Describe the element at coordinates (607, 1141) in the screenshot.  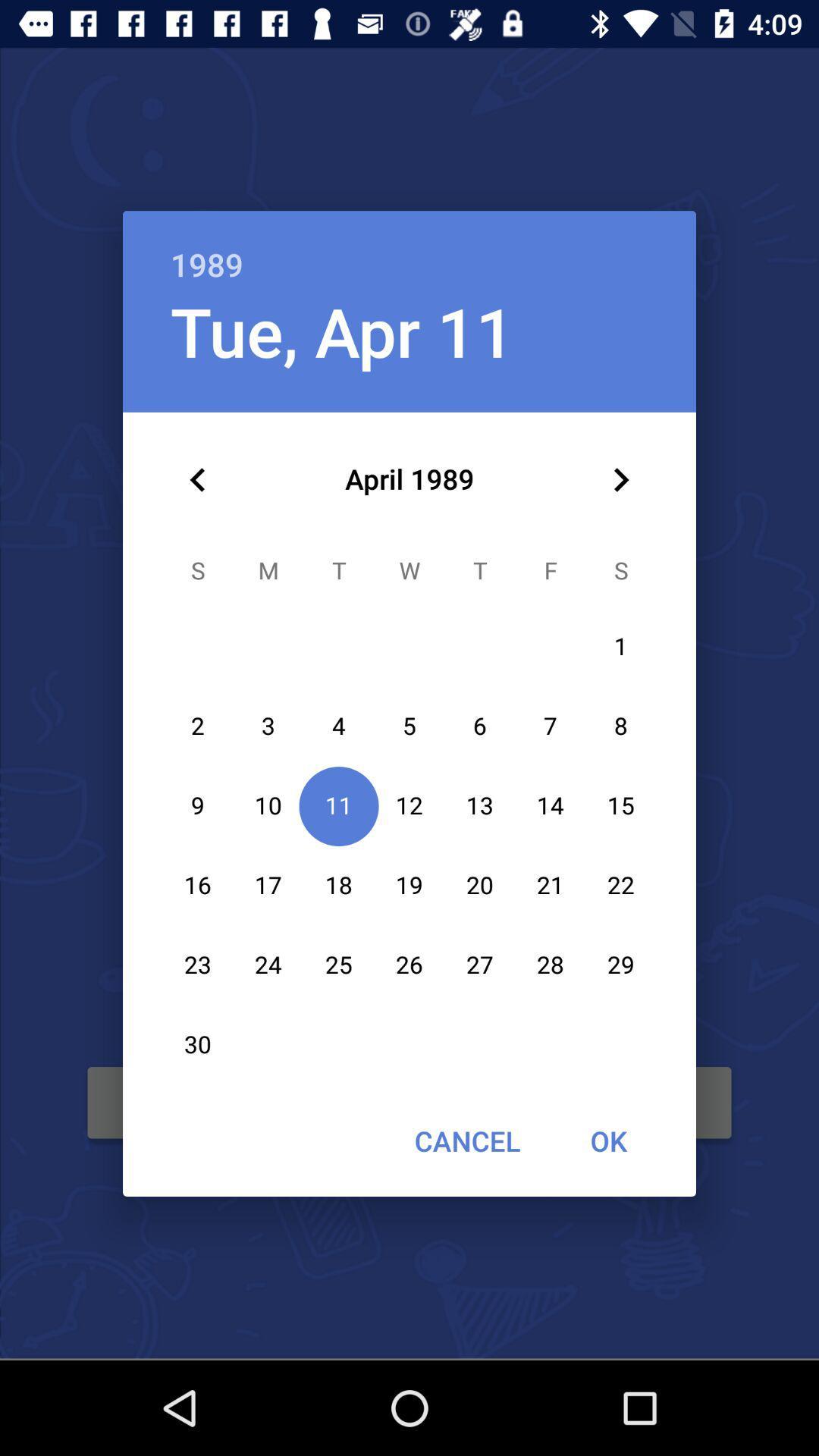
I see `ok at the bottom right corner` at that location.